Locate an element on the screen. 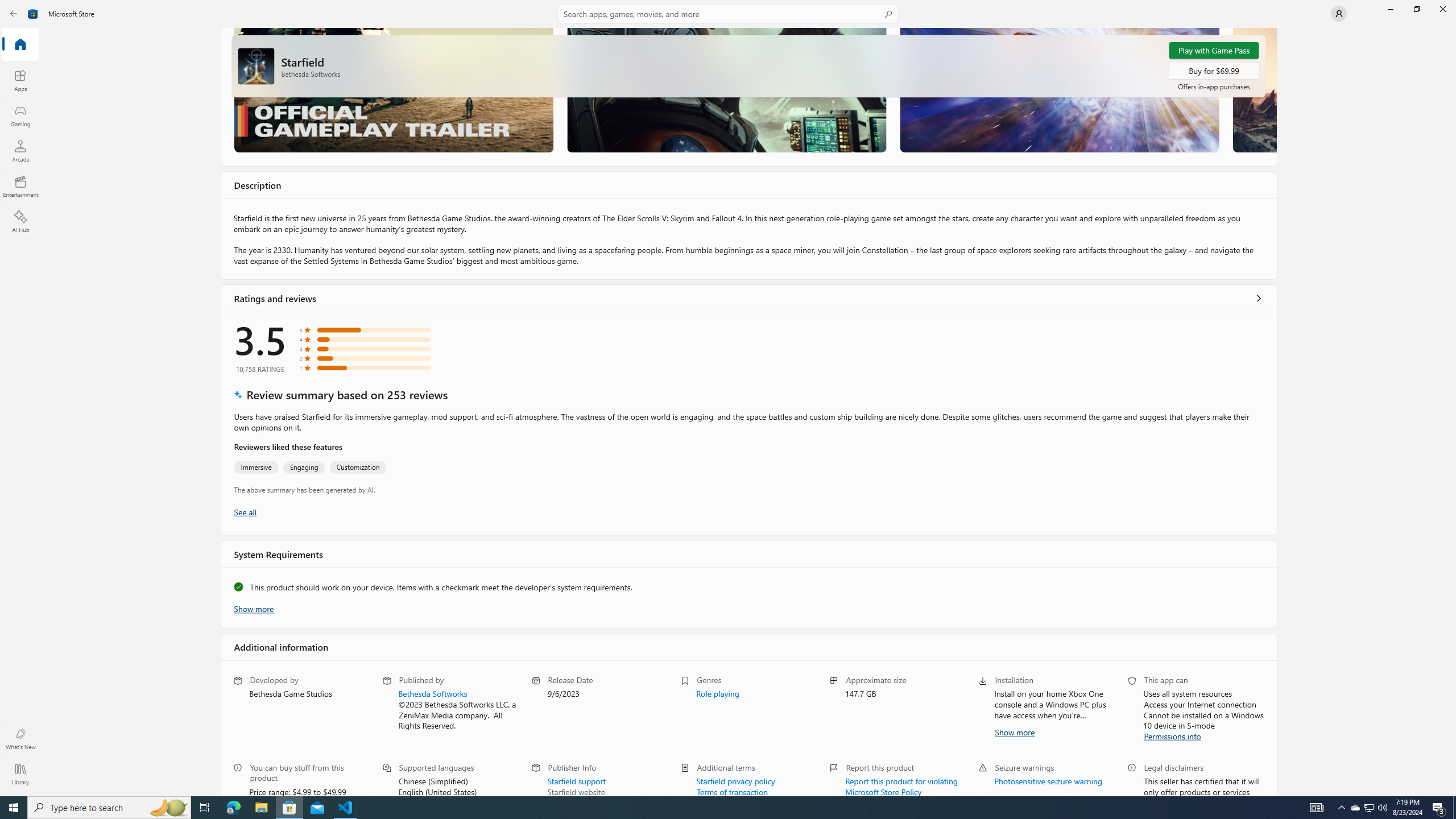 The image size is (1456, 819). 'Terms of transaction' is located at coordinates (732, 791).